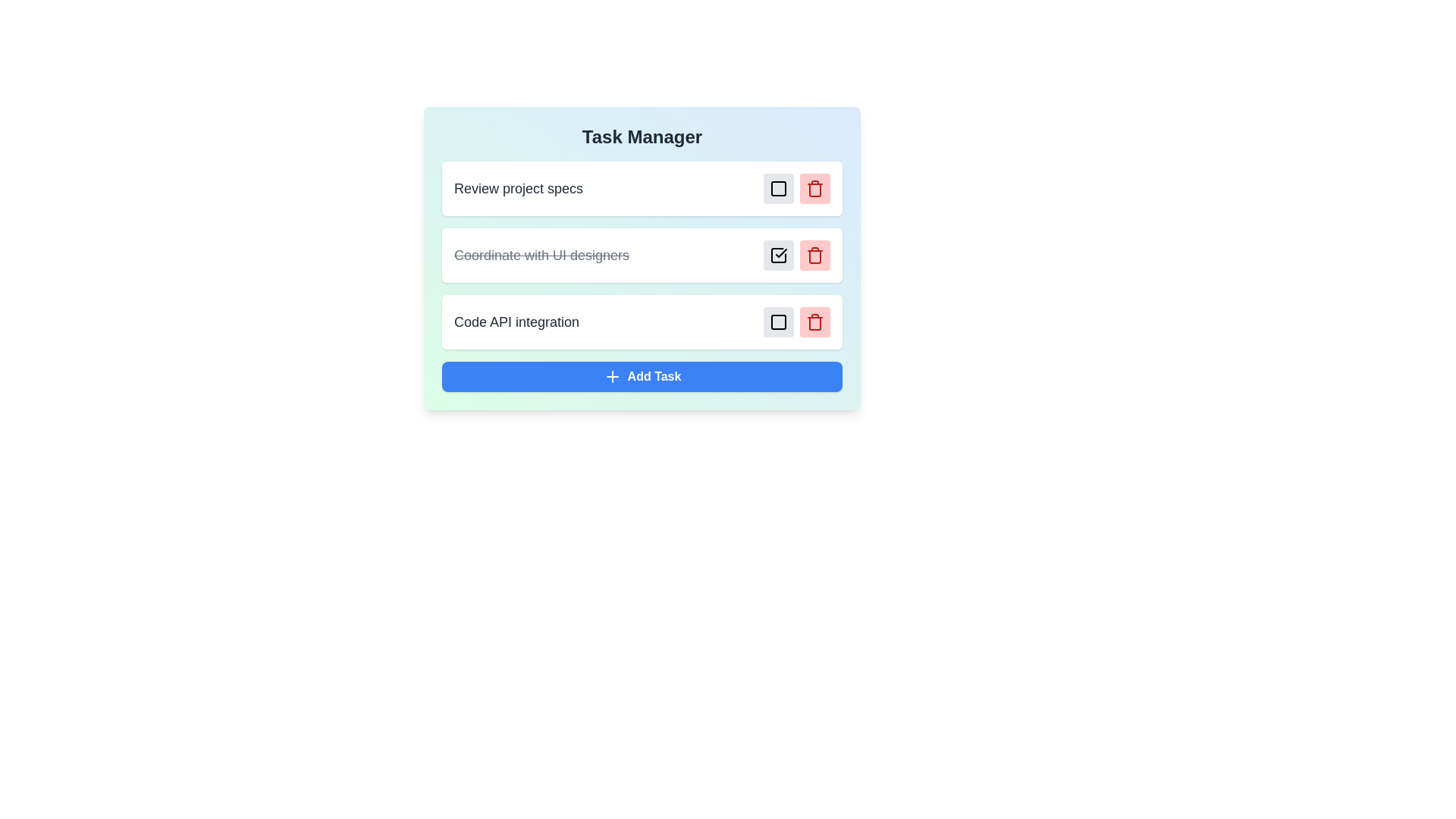 This screenshot has width=1456, height=819. I want to click on delete button for the task identified by Review project specs, so click(814, 188).